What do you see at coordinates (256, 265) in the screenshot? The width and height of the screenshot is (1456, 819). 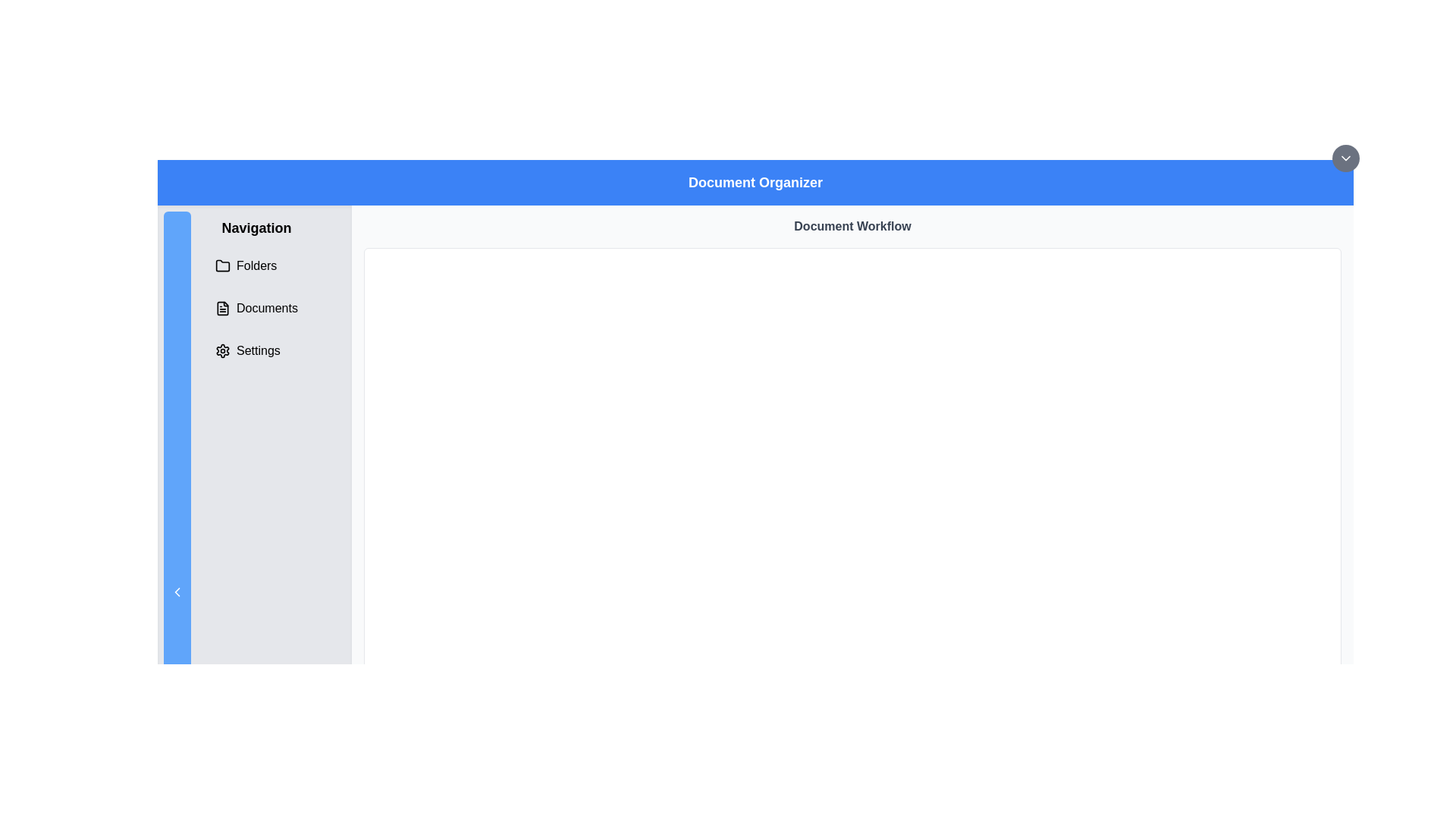 I see `the 'Folders' text label located in the left sidebar menu, which is the first item under the 'Navigation' header` at bounding box center [256, 265].